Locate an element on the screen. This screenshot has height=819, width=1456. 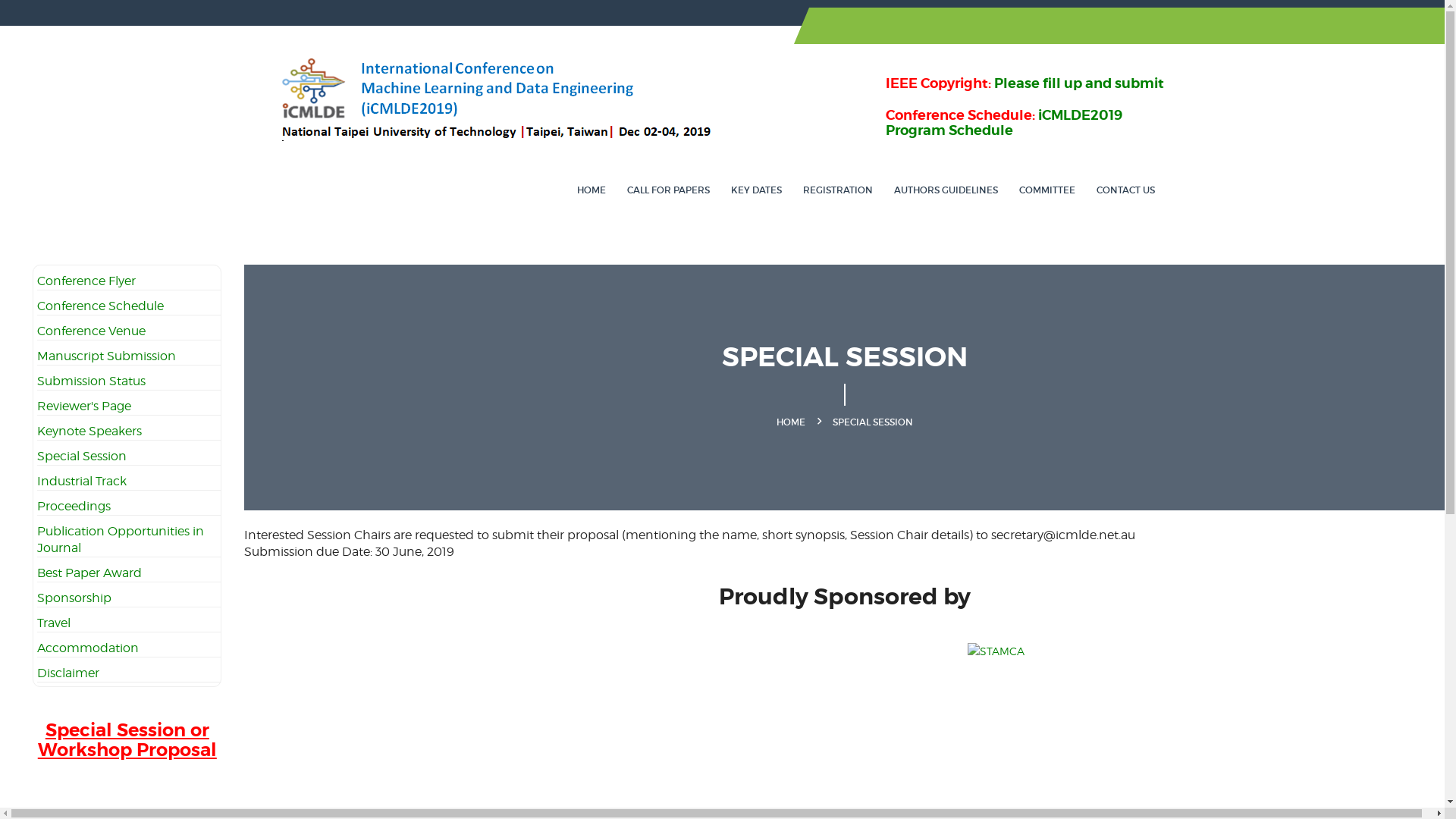
'Special Session or Workshop Proposal' is located at coordinates (33, 747).